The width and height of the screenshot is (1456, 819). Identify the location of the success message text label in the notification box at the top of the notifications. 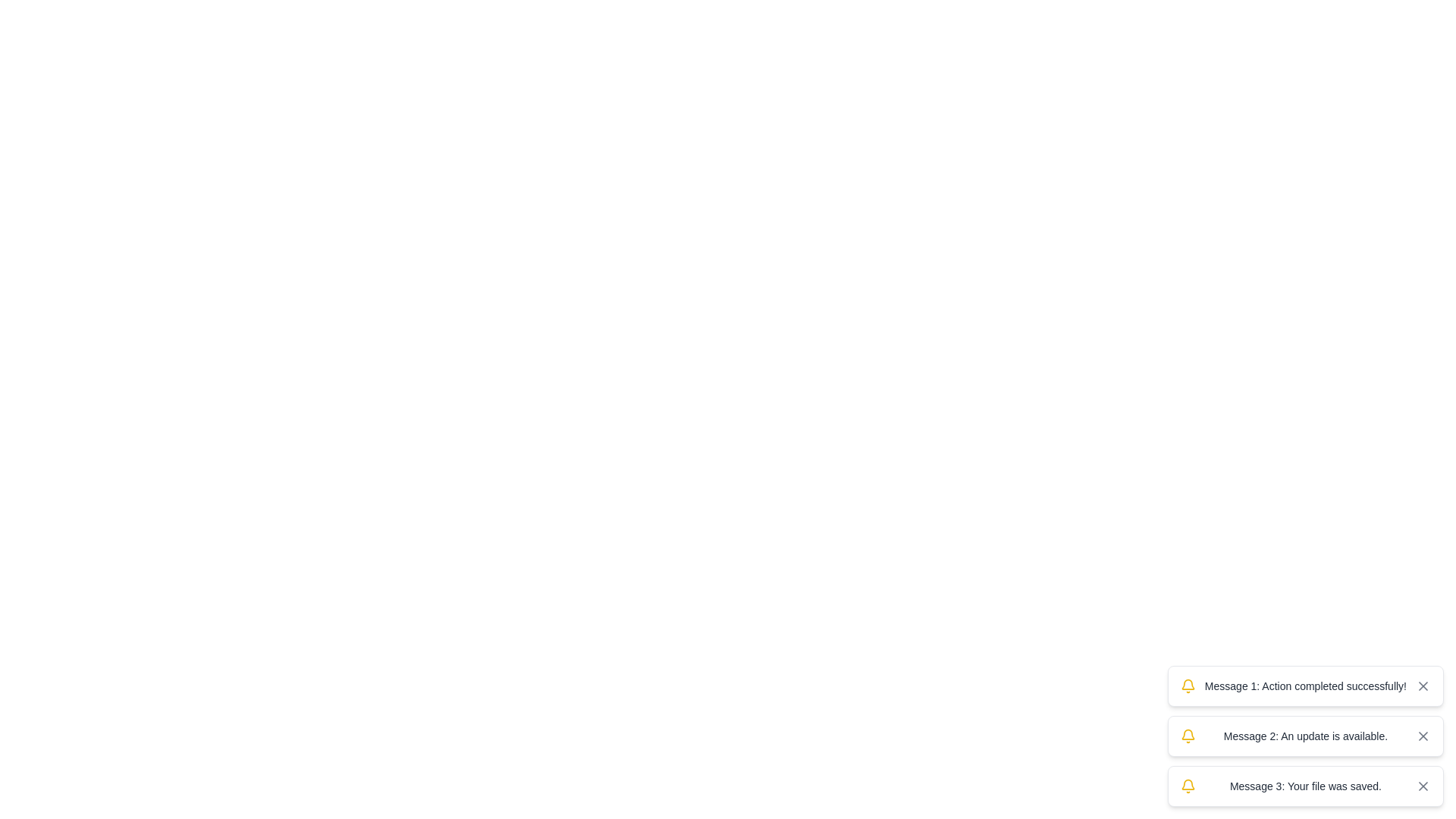
(1304, 686).